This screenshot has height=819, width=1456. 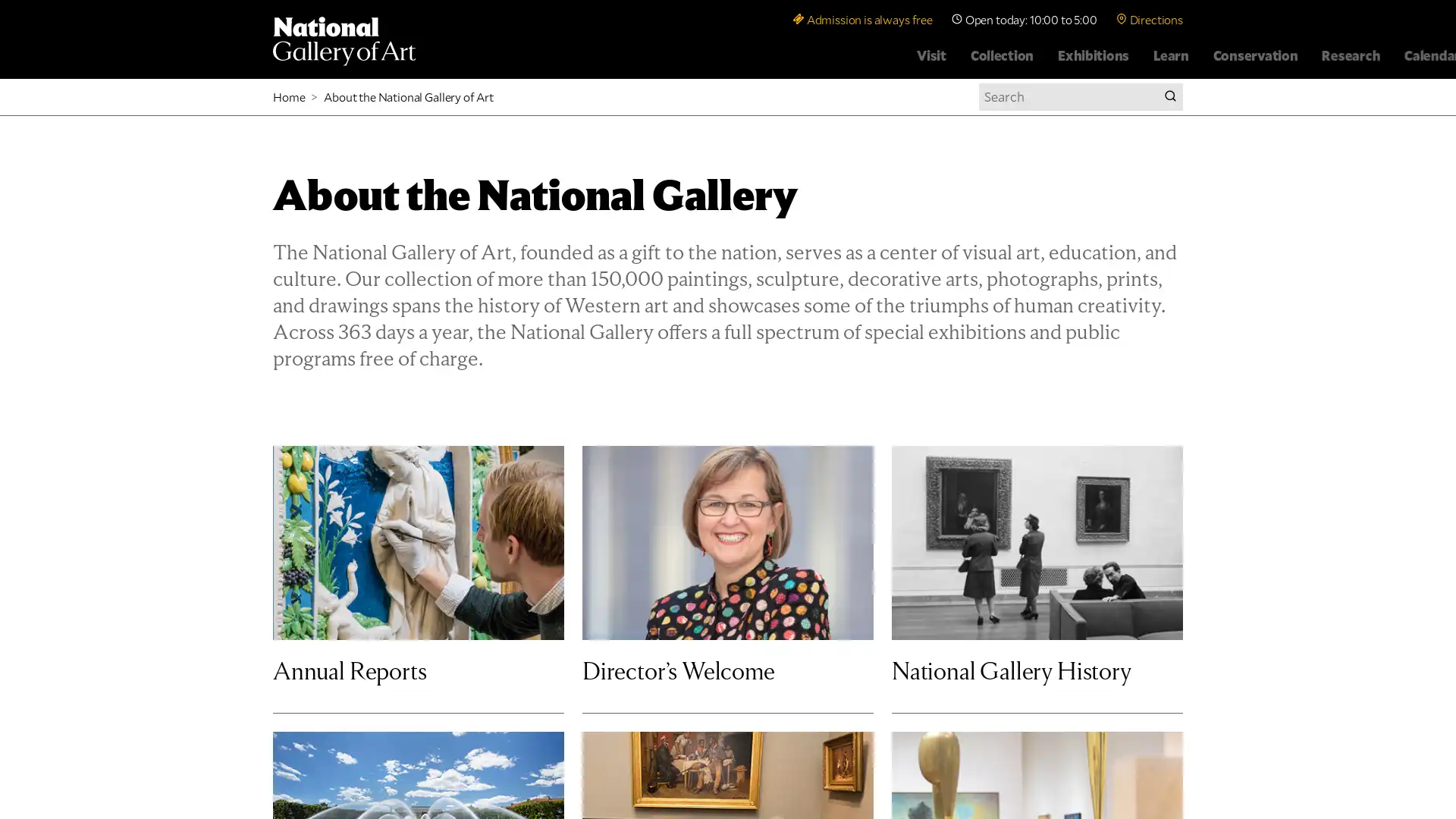 What do you see at coordinates (1169, 96) in the screenshot?
I see `Search` at bounding box center [1169, 96].